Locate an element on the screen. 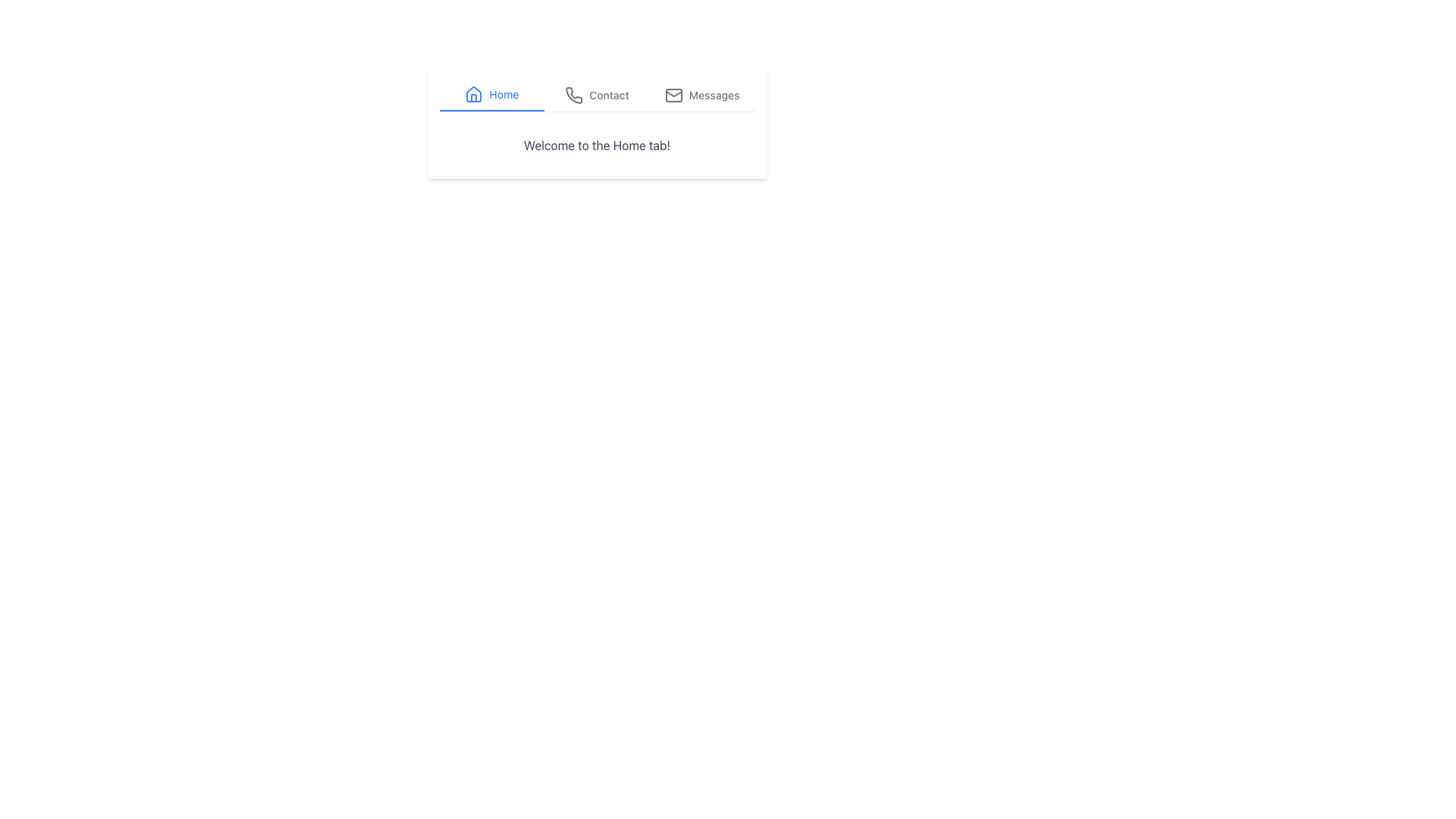 This screenshot has width=1456, height=819. the 'Messages' navigation tab button located on the rightmost side of the horizontal navigation bar is located at coordinates (701, 96).